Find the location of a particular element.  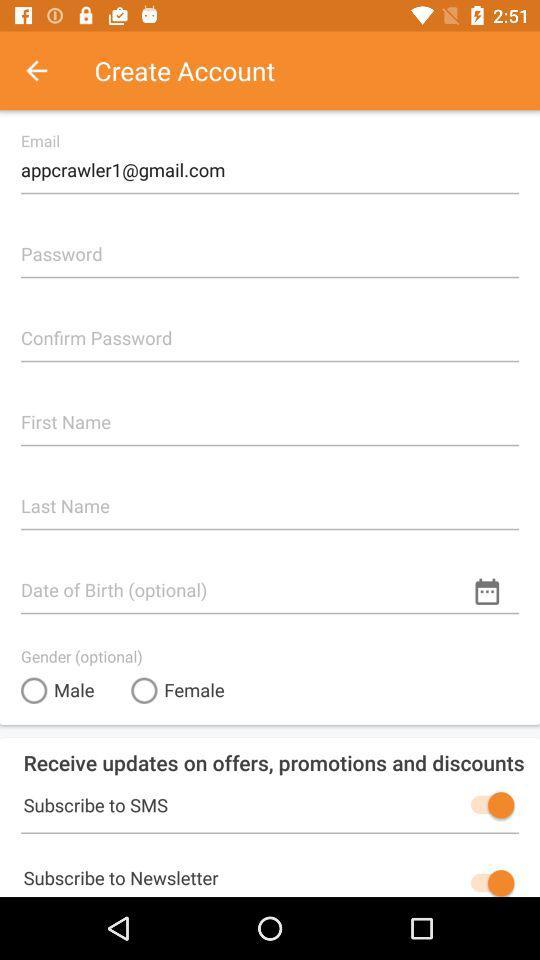

icon to the left of the create account item is located at coordinates (47, 70).